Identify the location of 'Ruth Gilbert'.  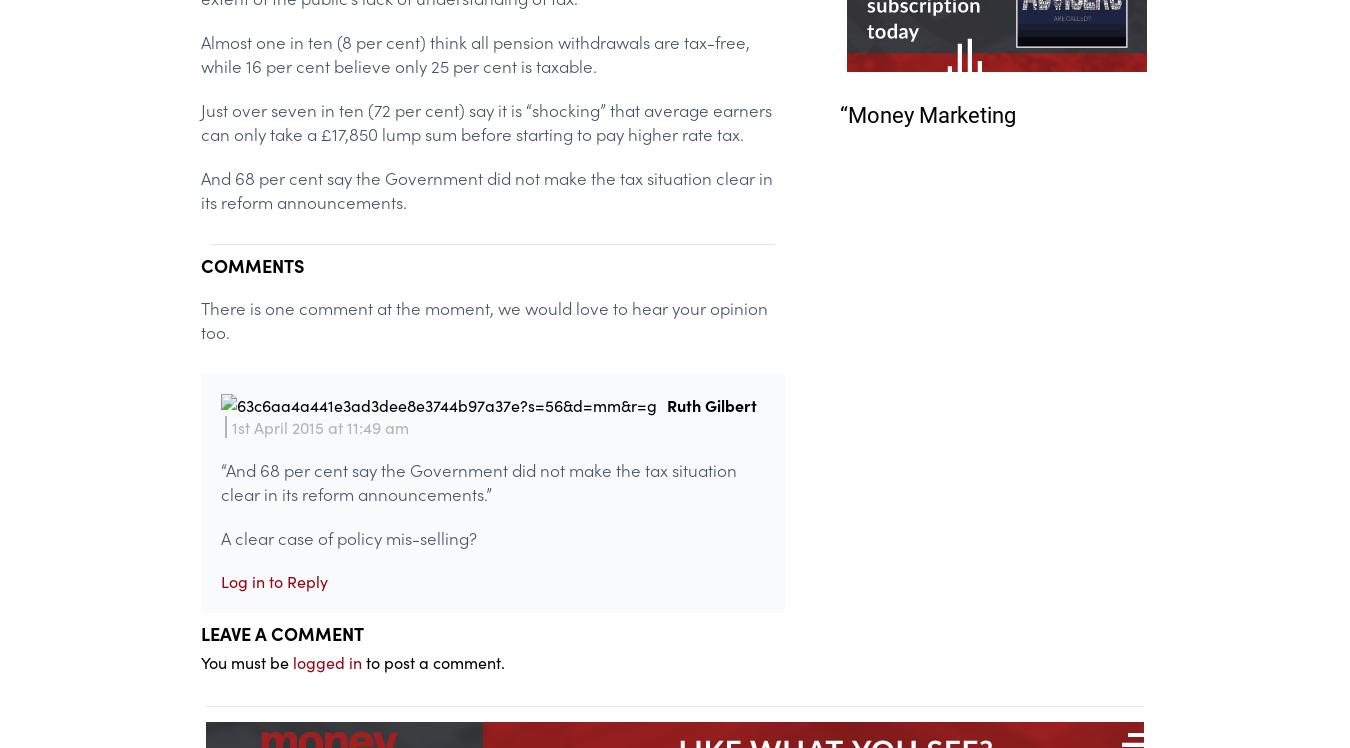
(710, 403).